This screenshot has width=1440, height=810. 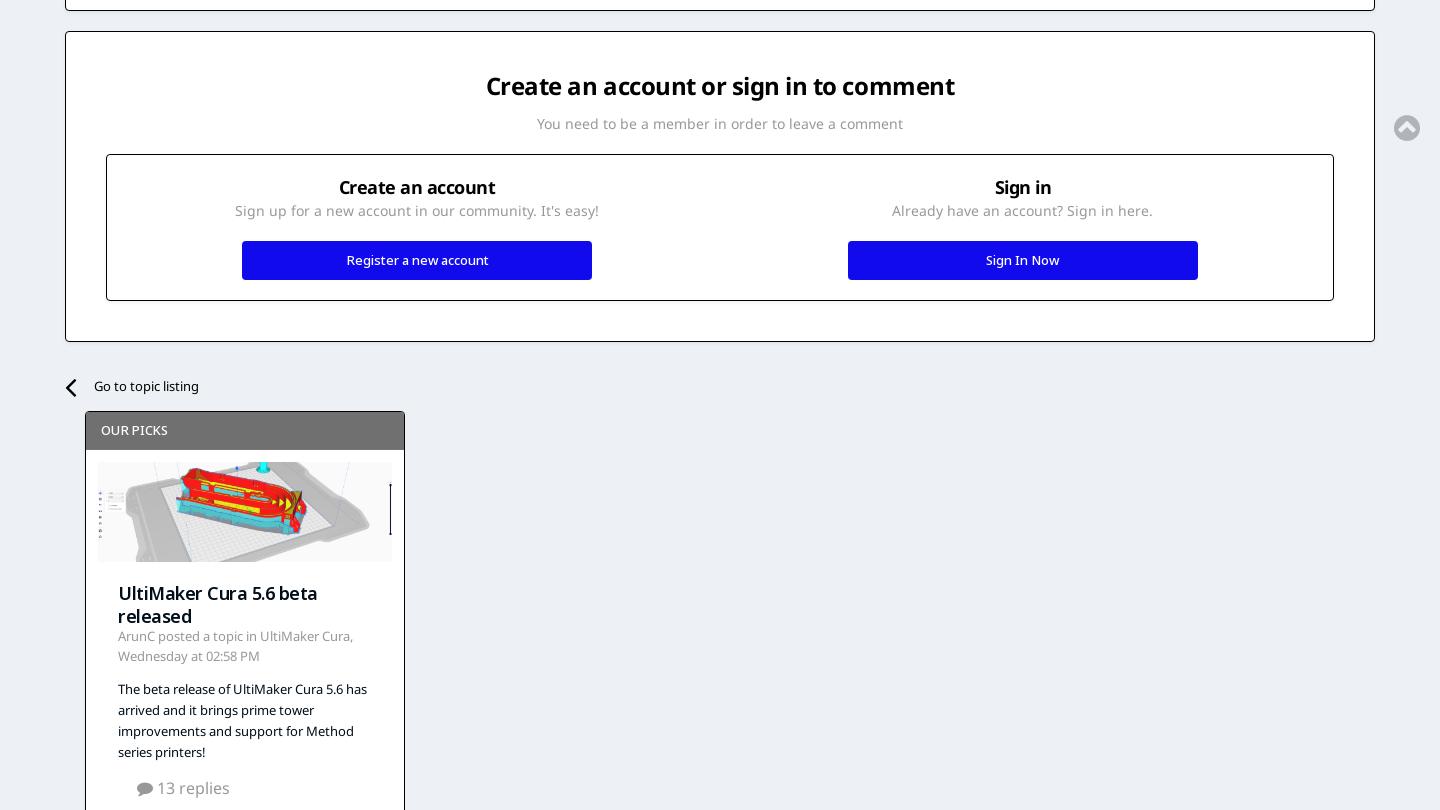 What do you see at coordinates (133, 430) in the screenshot?
I see `'Our picks'` at bounding box center [133, 430].